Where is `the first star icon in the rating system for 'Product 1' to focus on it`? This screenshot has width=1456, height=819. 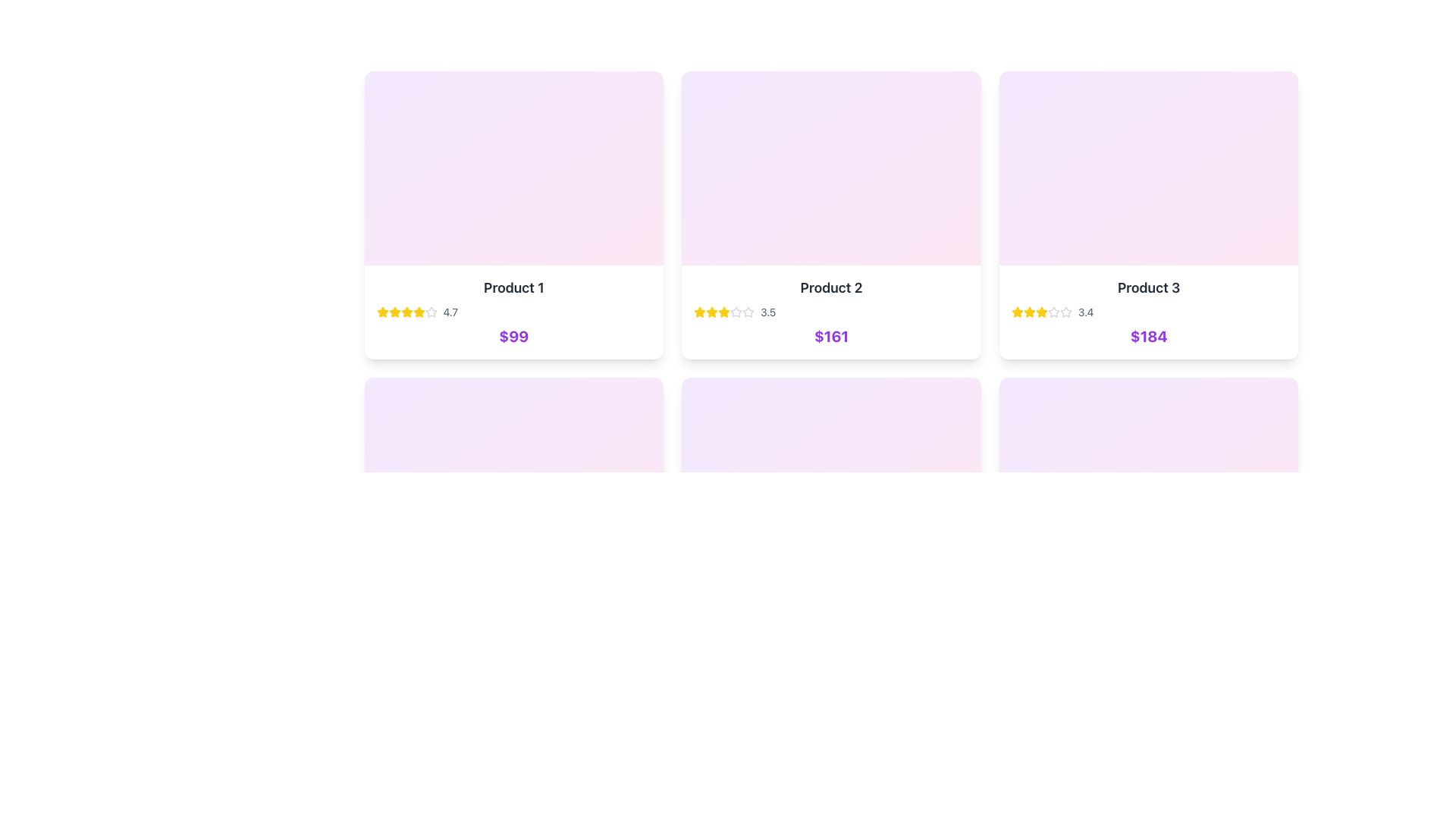
the first star icon in the rating system for 'Product 1' to focus on it is located at coordinates (394, 311).